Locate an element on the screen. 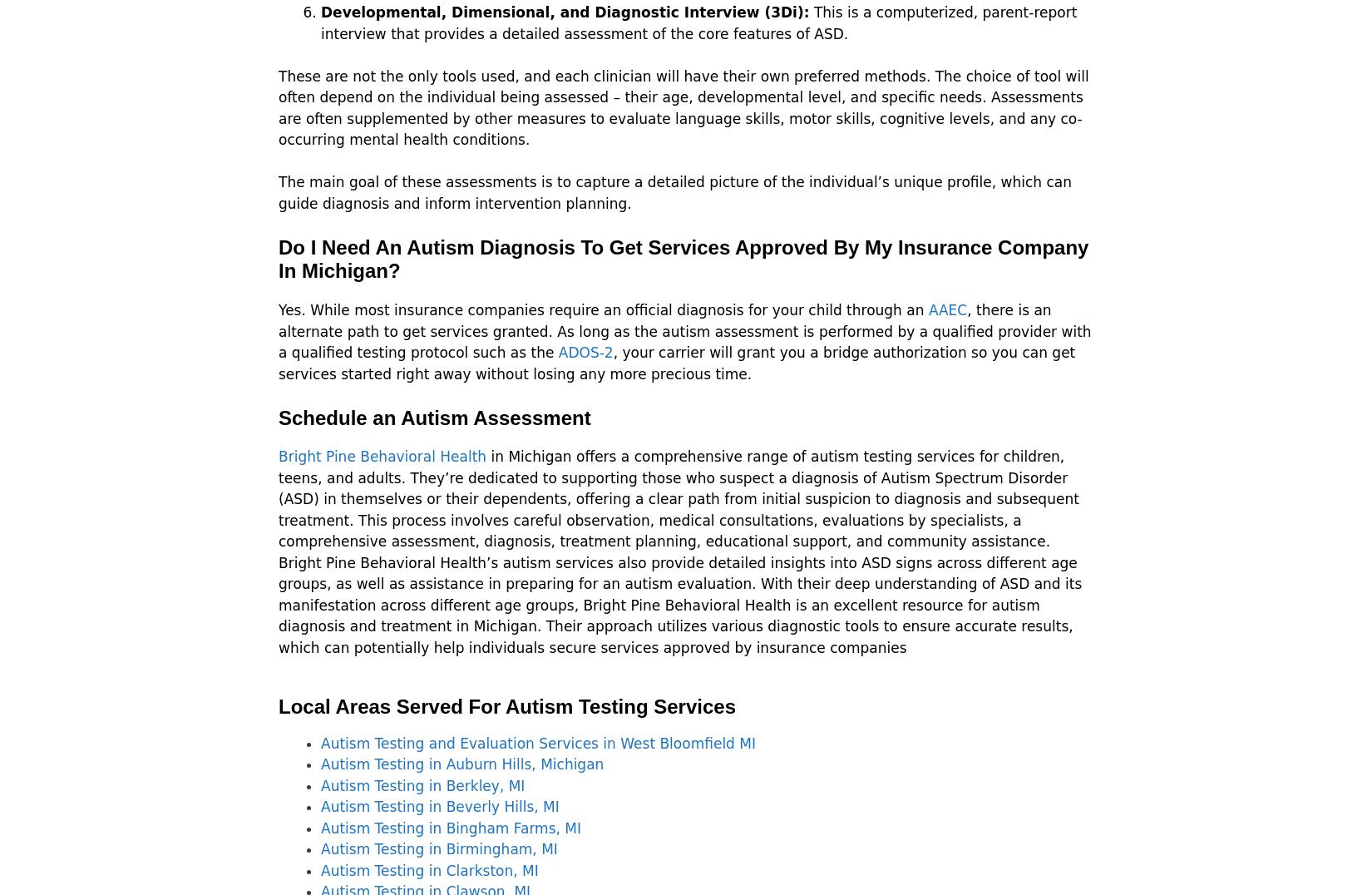 The width and height of the screenshot is (1372, 895). 'Autism Testing in Beverly Hills, MI' is located at coordinates (438, 807).